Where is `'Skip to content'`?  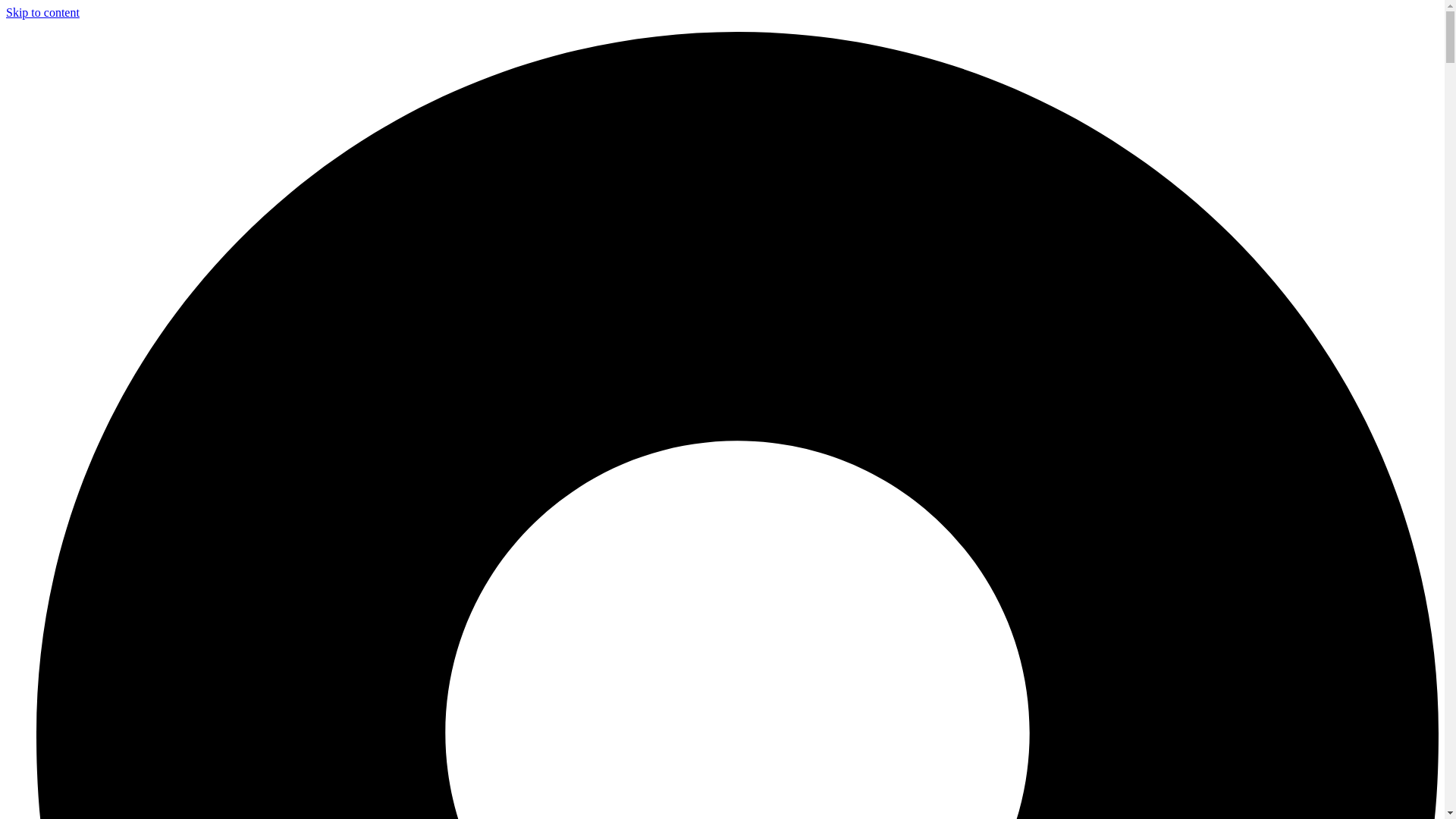
'Skip to content' is located at coordinates (42, 12).